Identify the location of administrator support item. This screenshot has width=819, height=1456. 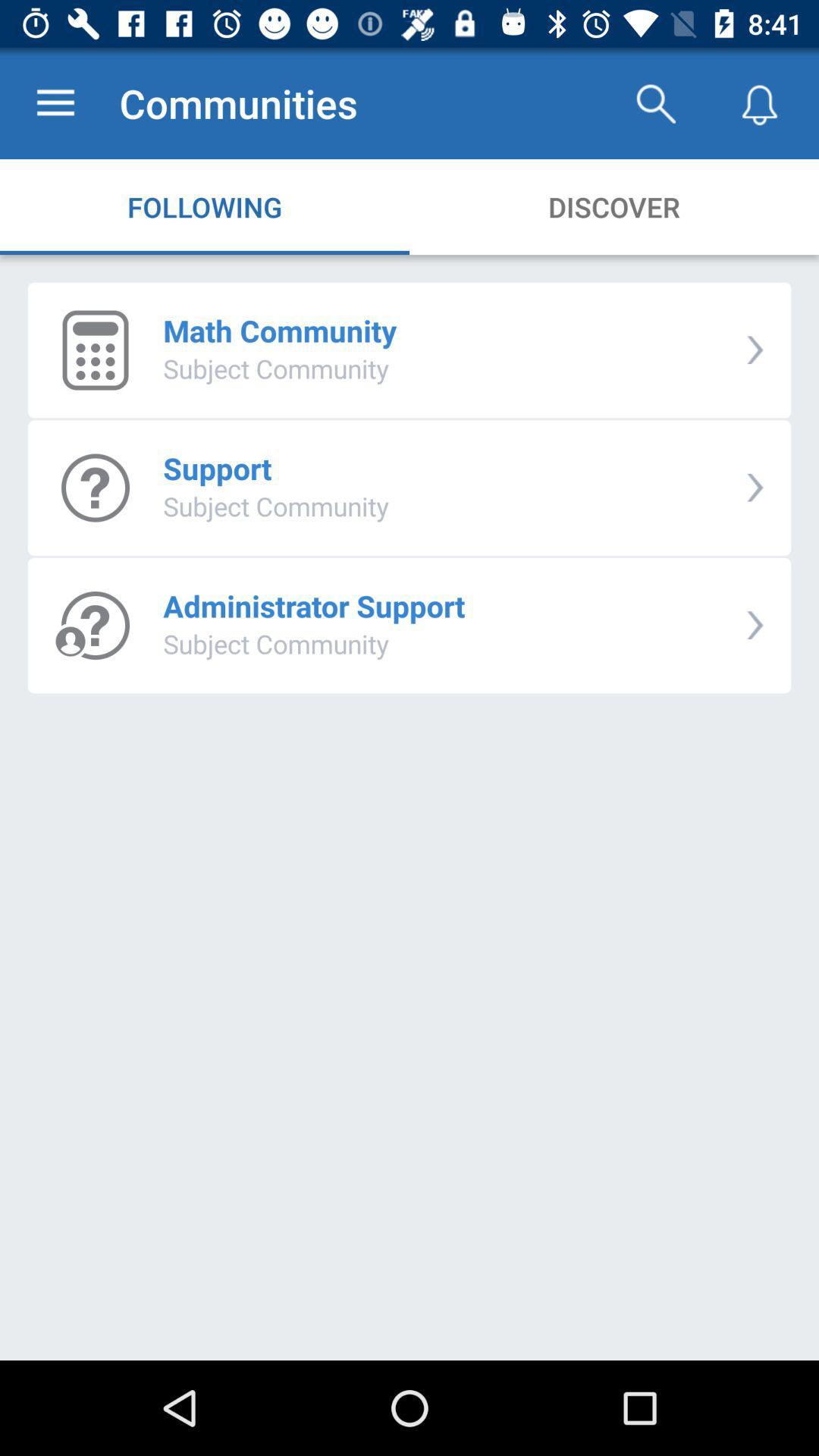
(313, 605).